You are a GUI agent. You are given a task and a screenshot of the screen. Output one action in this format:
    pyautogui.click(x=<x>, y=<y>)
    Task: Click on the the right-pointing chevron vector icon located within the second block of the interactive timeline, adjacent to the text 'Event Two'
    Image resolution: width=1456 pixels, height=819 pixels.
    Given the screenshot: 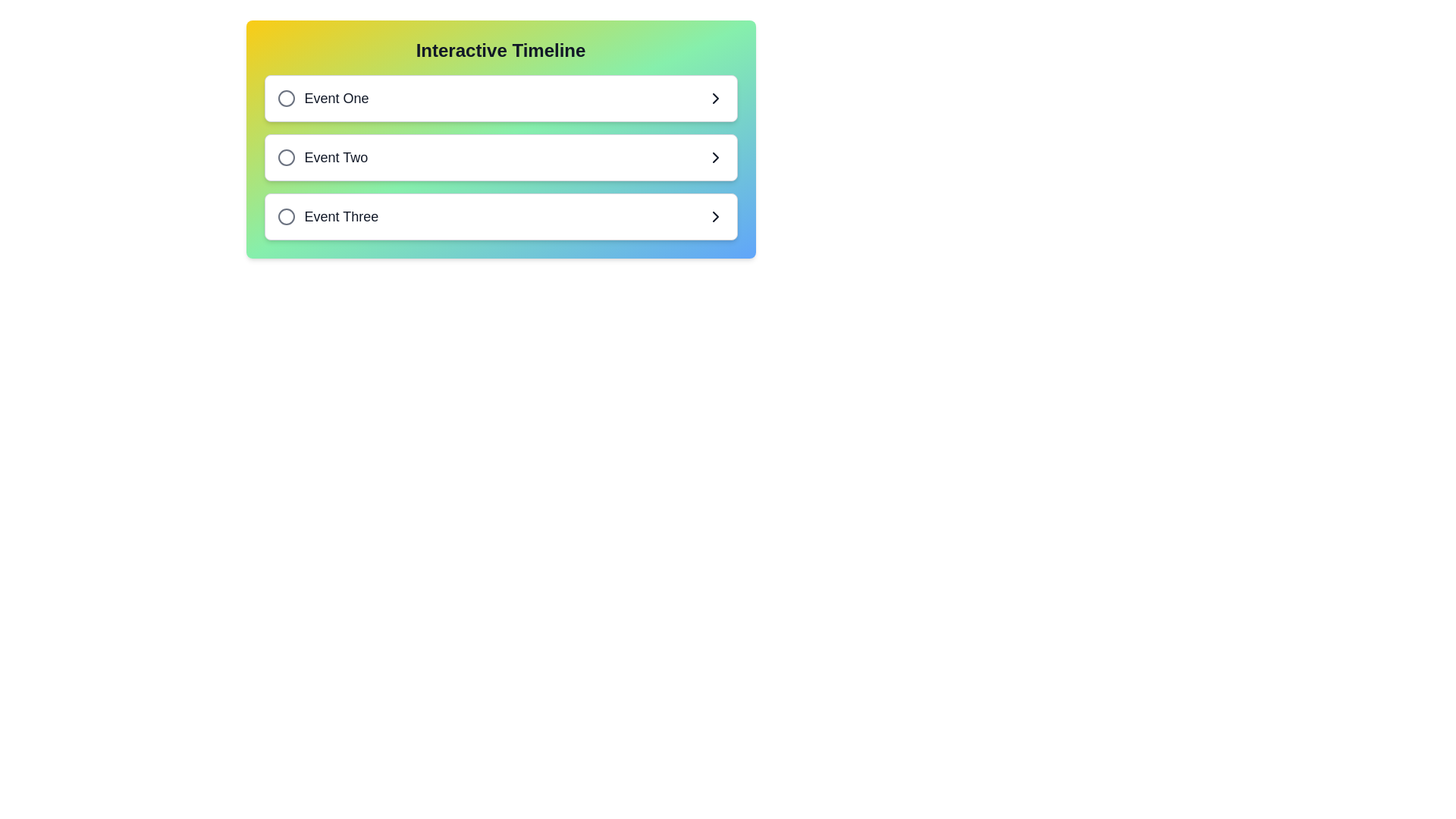 What is the action you would take?
    pyautogui.click(x=714, y=158)
    